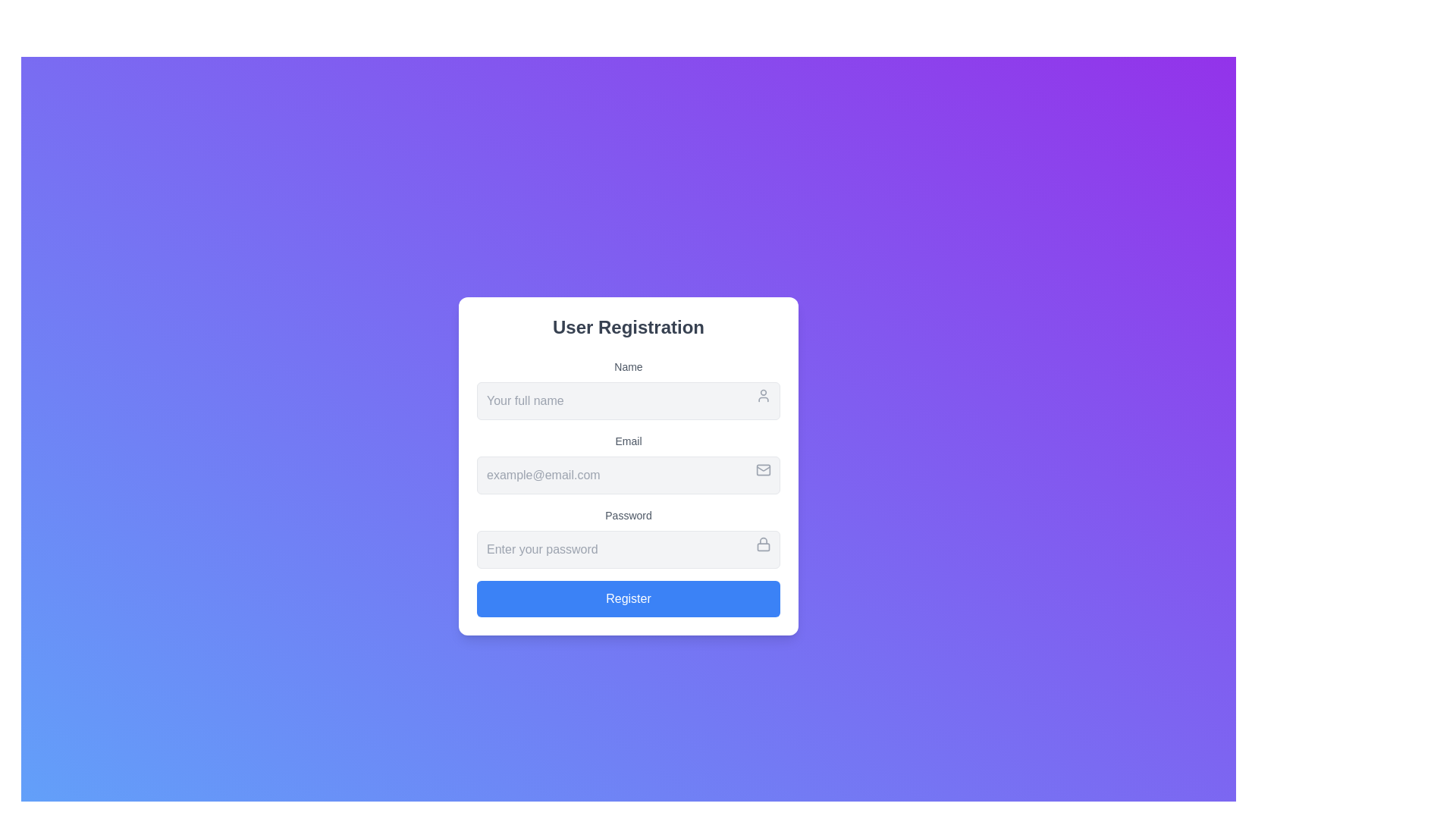 The width and height of the screenshot is (1456, 819). What do you see at coordinates (764, 543) in the screenshot?
I see `the decorative SVG icon indicating the password input field, which symbolizes security or privacy` at bounding box center [764, 543].